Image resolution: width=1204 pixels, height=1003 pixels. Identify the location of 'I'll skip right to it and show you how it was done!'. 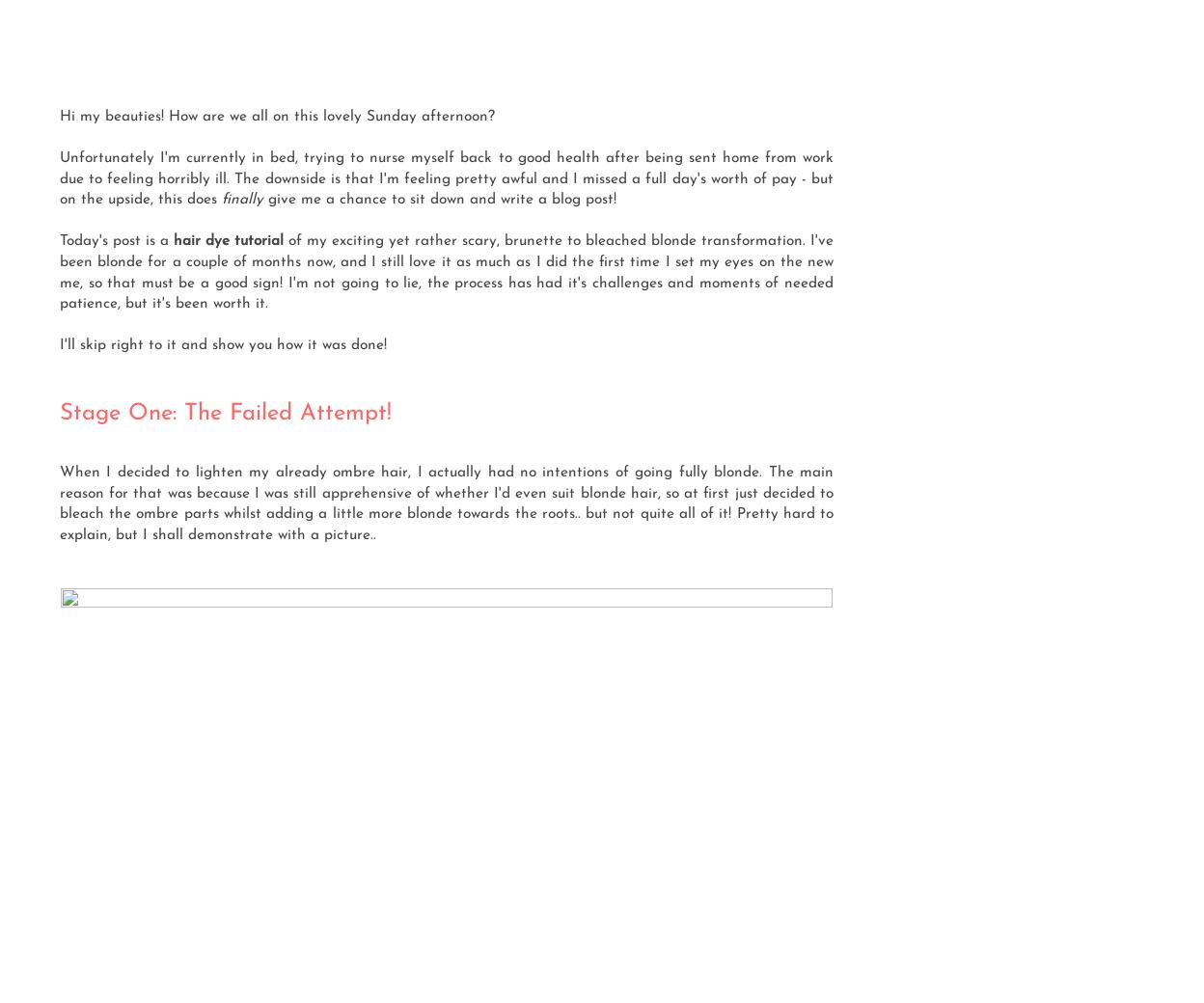
(59, 343).